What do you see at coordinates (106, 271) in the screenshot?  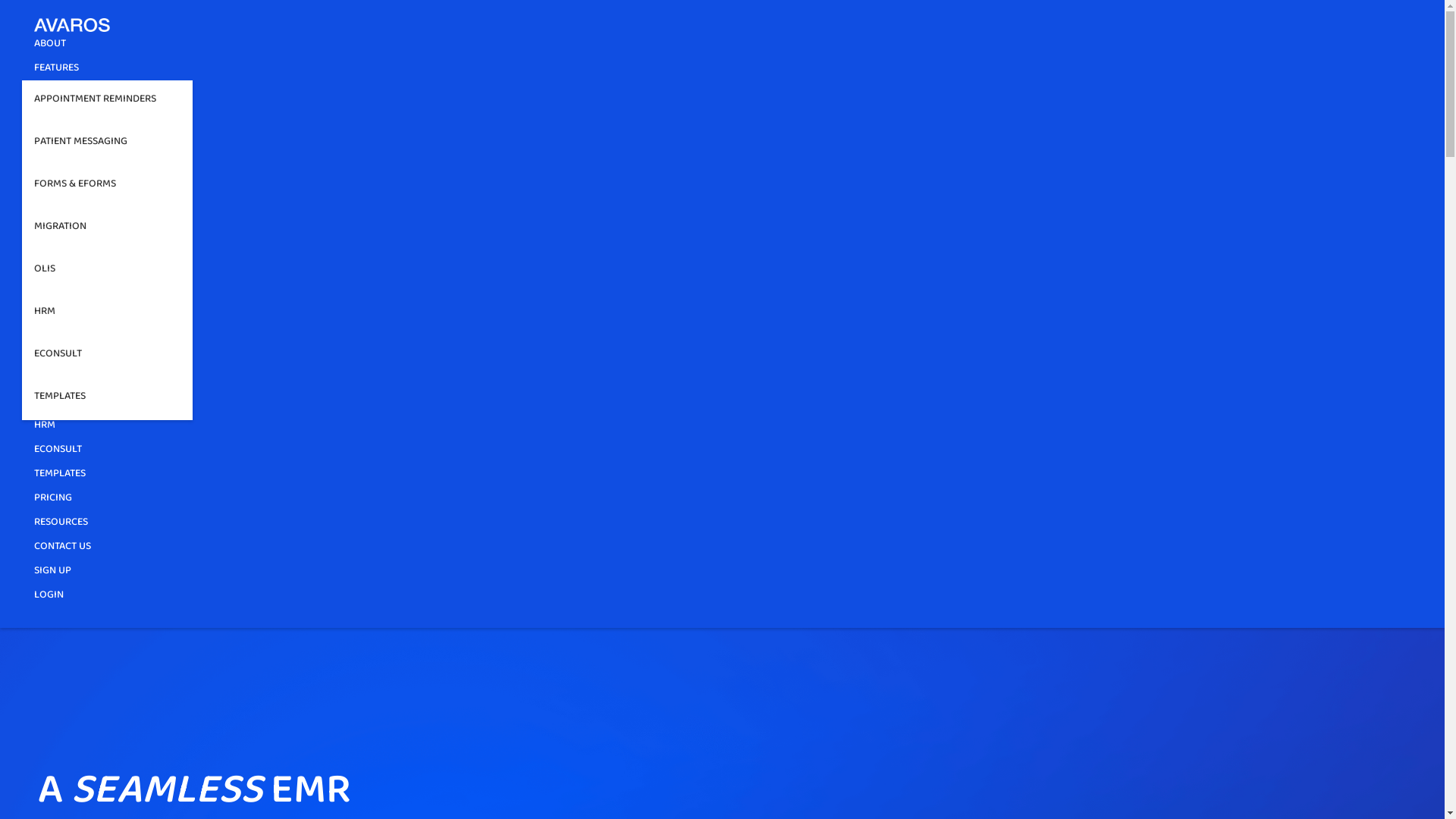 I see `'OLIS'` at bounding box center [106, 271].